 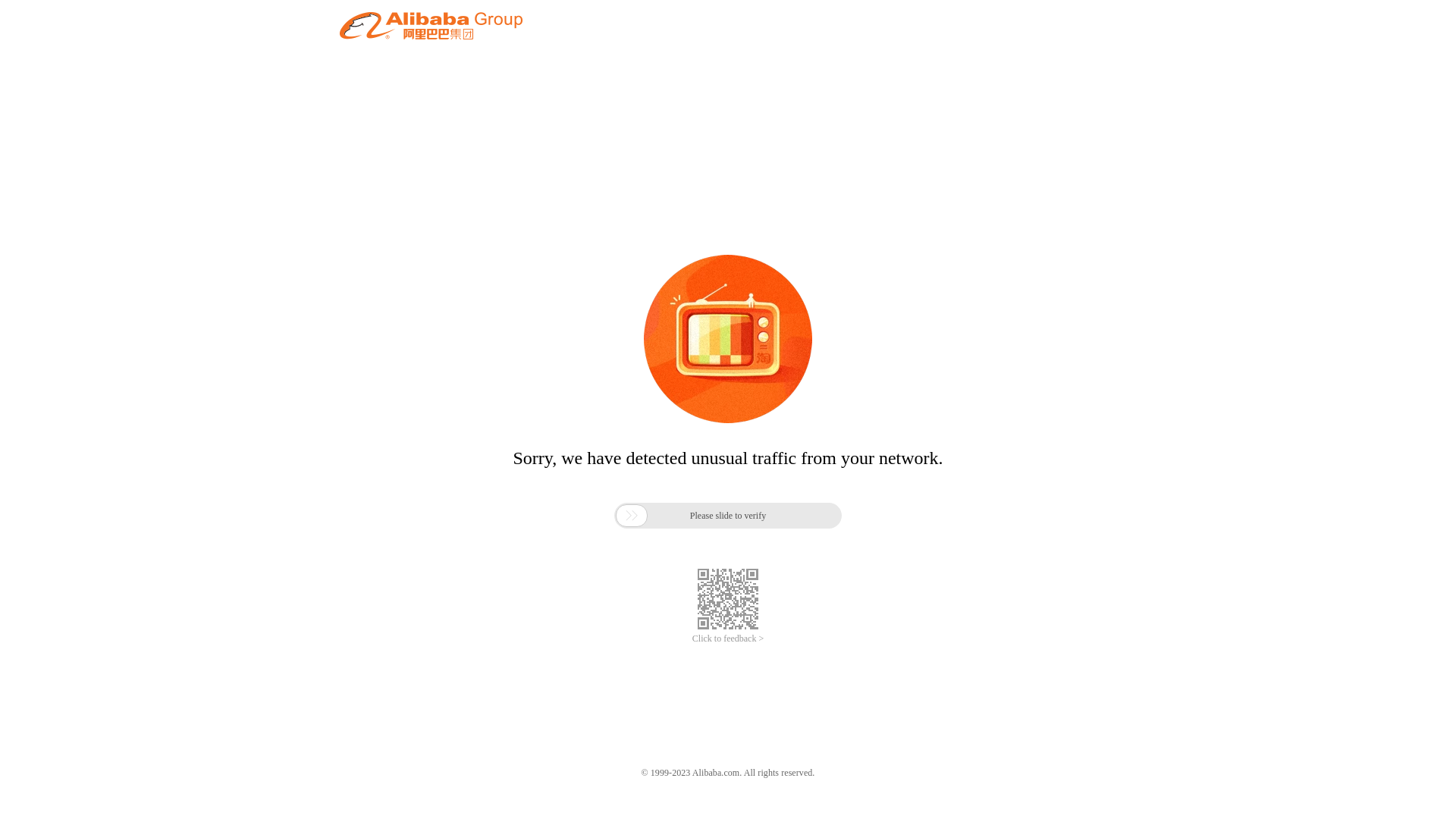 What do you see at coordinates (728, 639) in the screenshot?
I see `'Click to feedback >'` at bounding box center [728, 639].